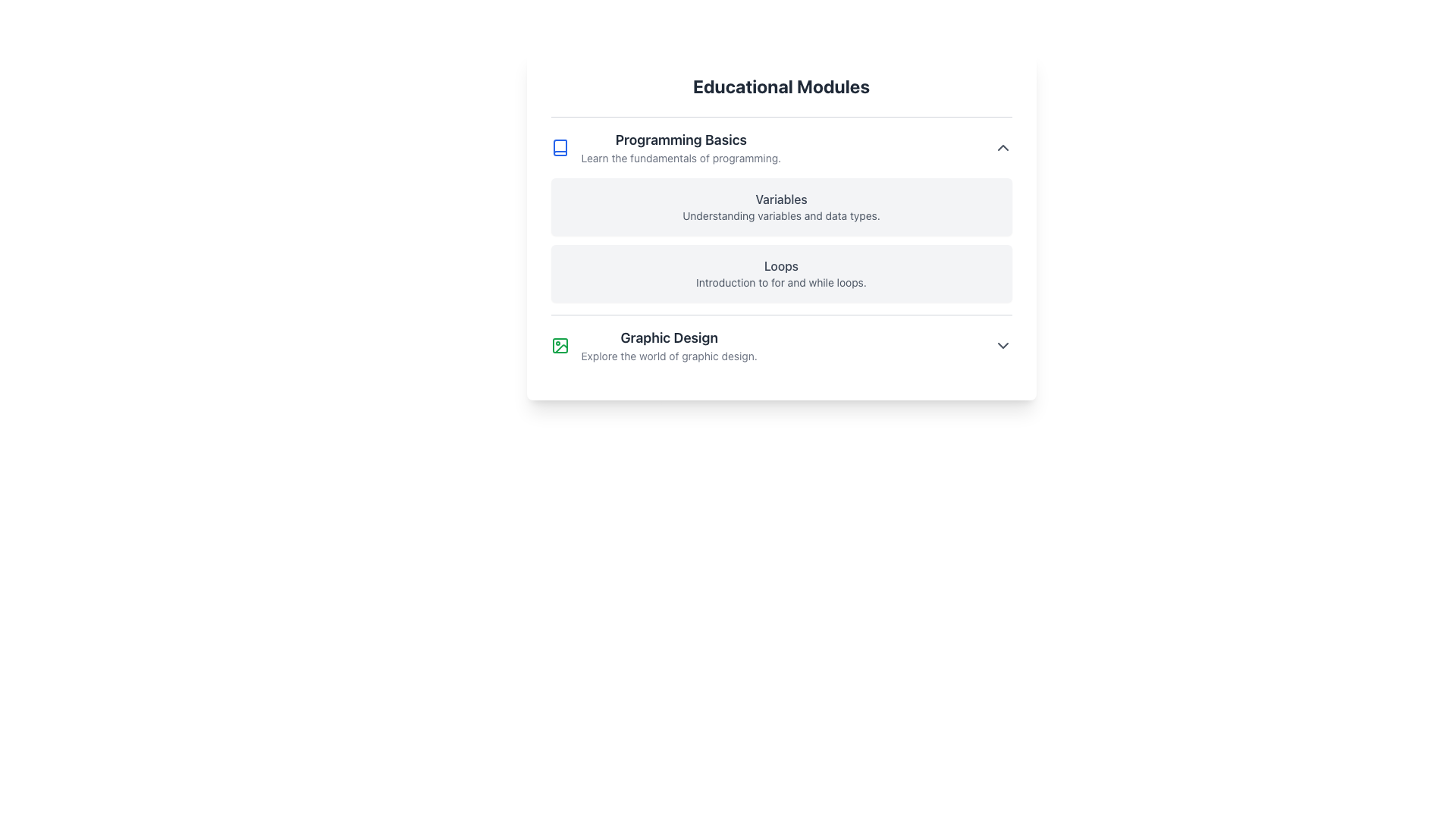 The image size is (1456, 819). What do you see at coordinates (668, 345) in the screenshot?
I see `the informational text block titled 'Graphic Design' that displays the subtitle 'Explore the world of graphic design', located in the 'Educational Modules' section as the fourth module` at bounding box center [668, 345].